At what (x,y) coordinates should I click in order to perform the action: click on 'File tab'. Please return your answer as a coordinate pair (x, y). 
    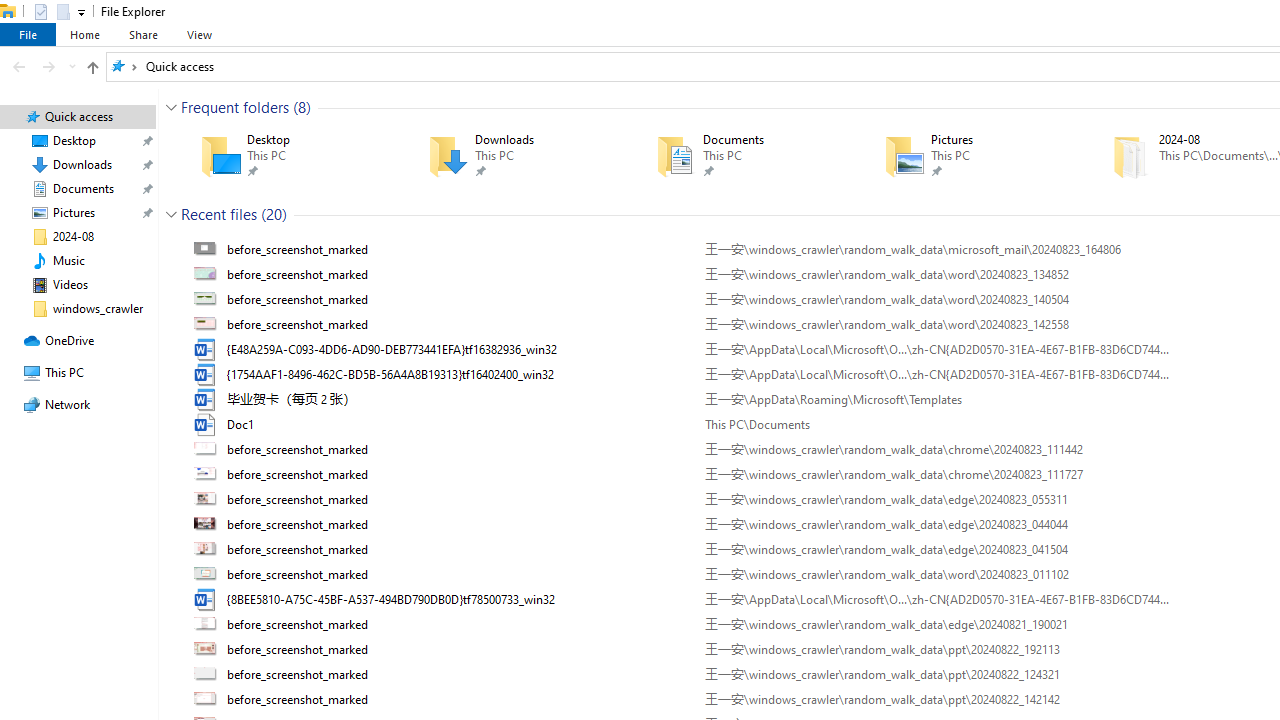
    Looking at the image, I should click on (28, 34).